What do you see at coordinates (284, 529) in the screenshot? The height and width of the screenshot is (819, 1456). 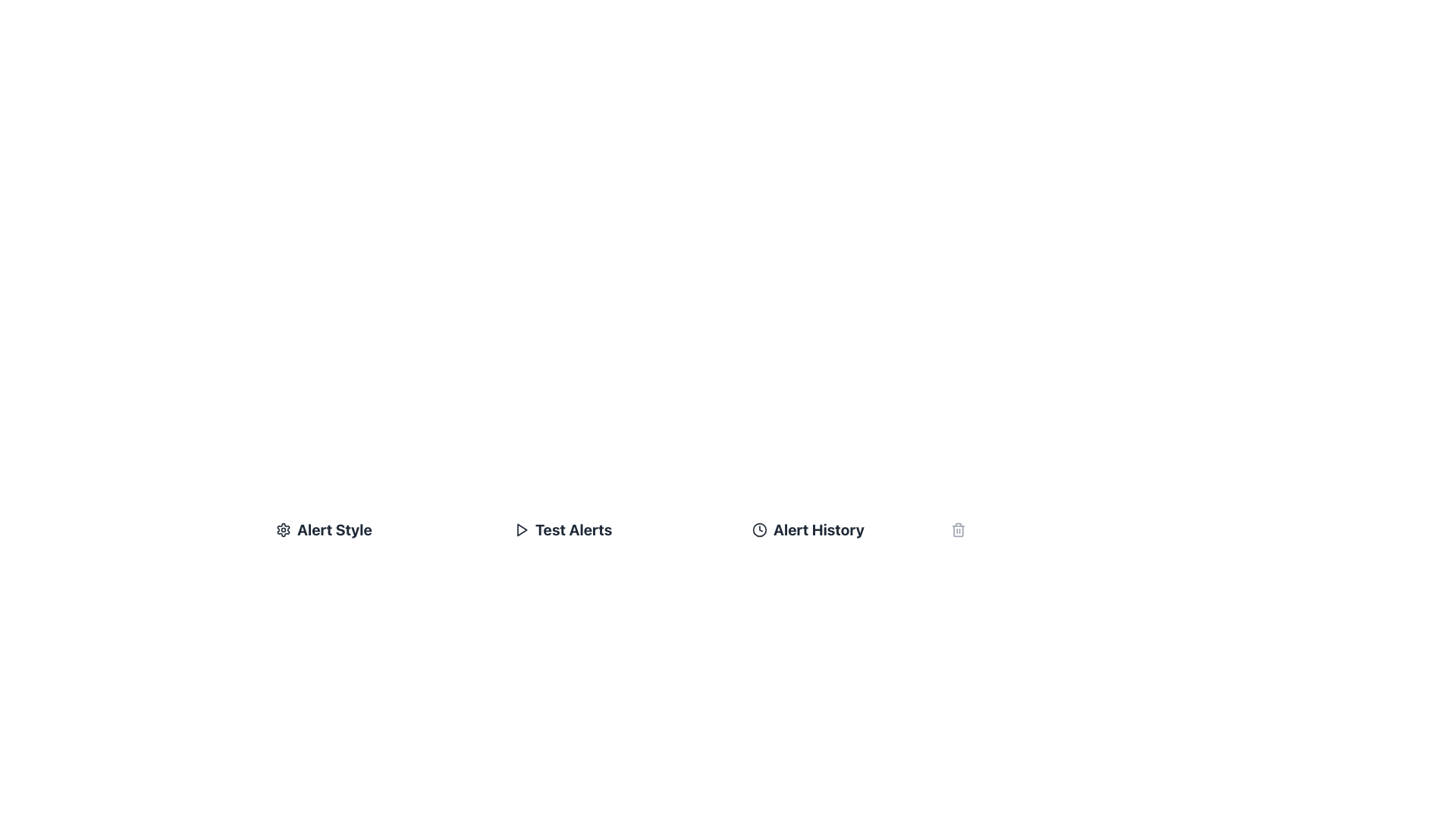 I see `the cog-shaped icon representing settings, located to the left of the text 'Alert Style'` at bounding box center [284, 529].